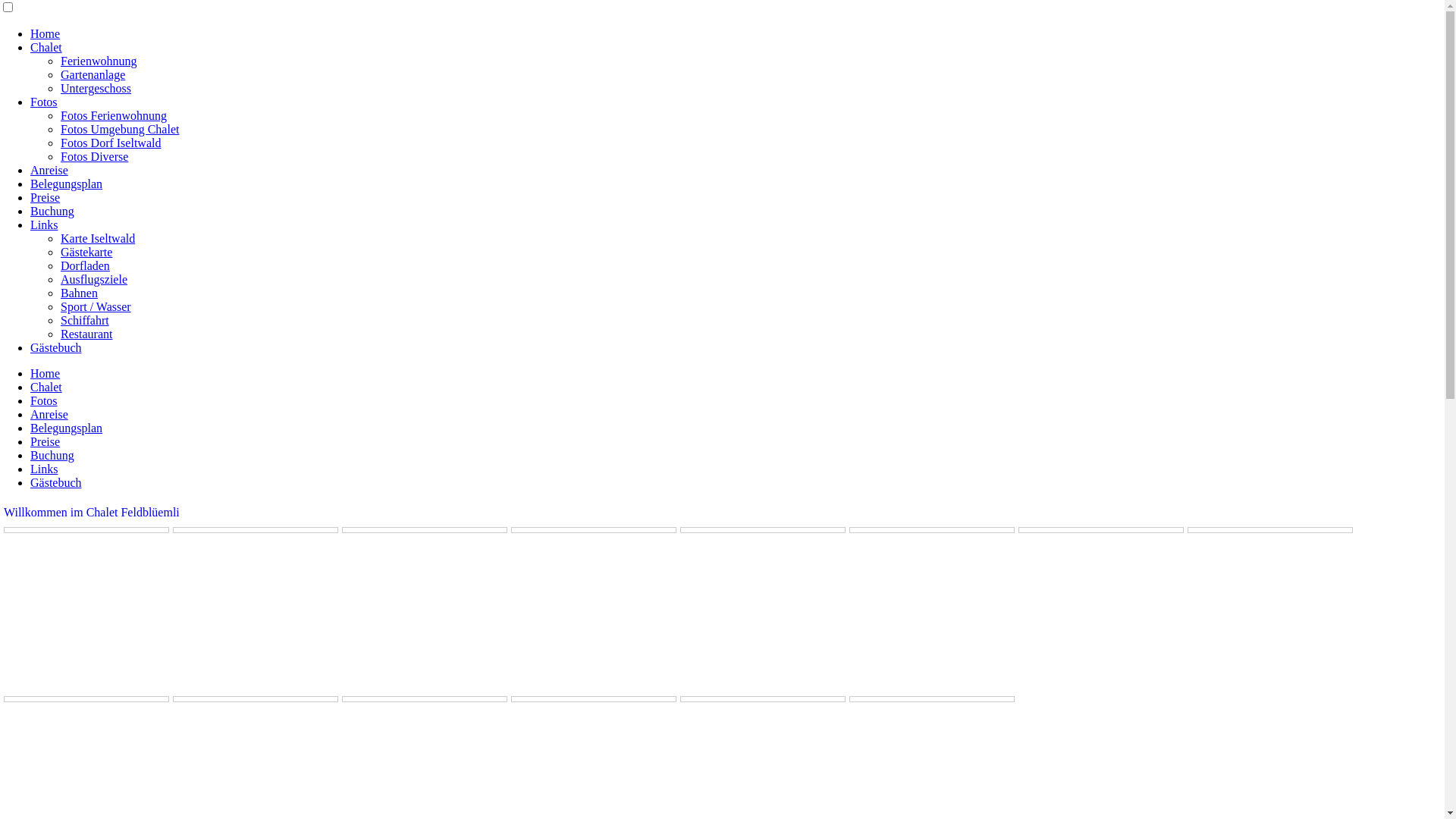 The width and height of the screenshot is (1456, 819). Describe the element at coordinates (45, 373) in the screenshot. I see `'Home'` at that location.